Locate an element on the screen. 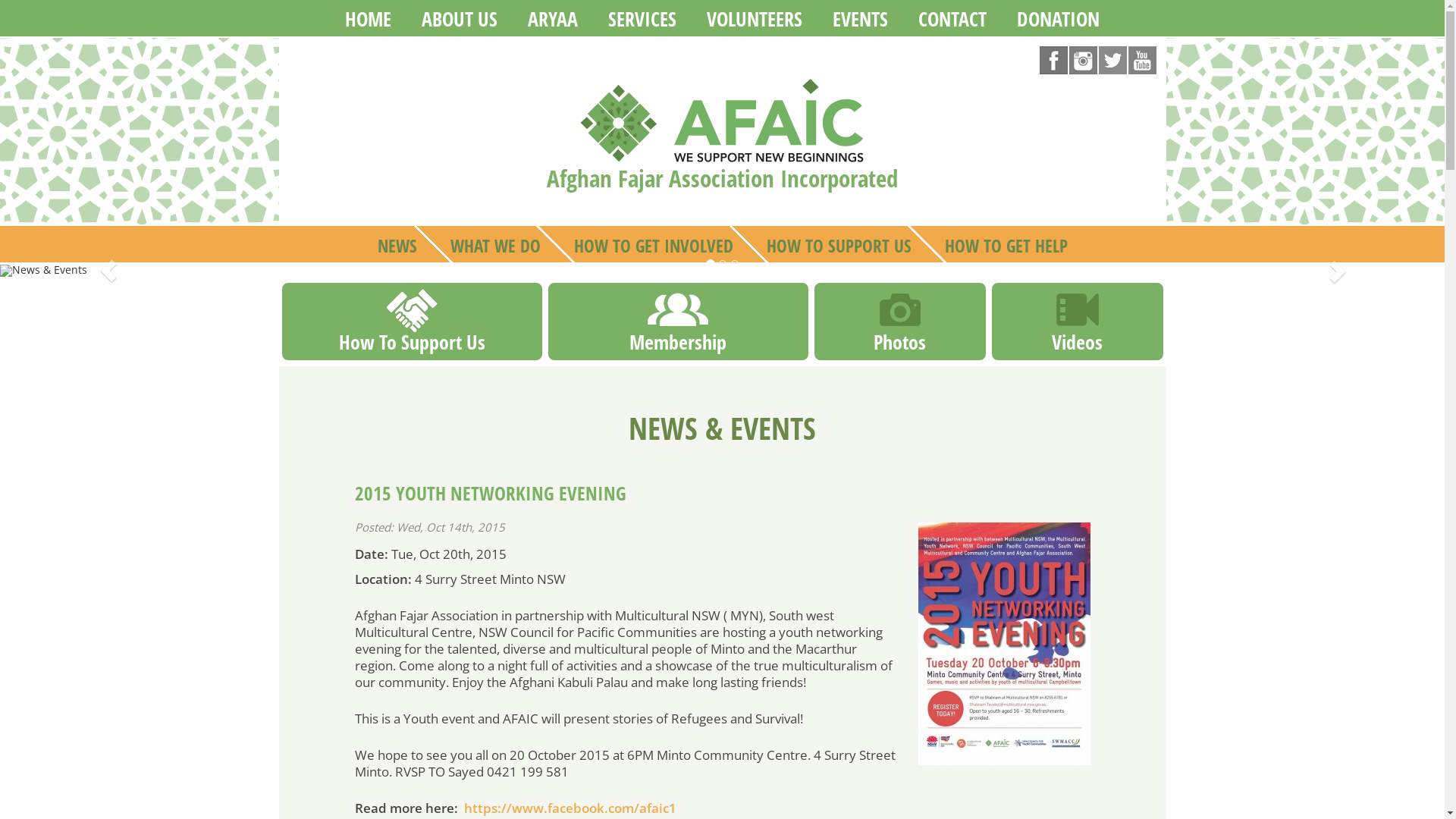 The height and width of the screenshot is (819, 1456). 'NEWS' is located at coordinates (397, 243).